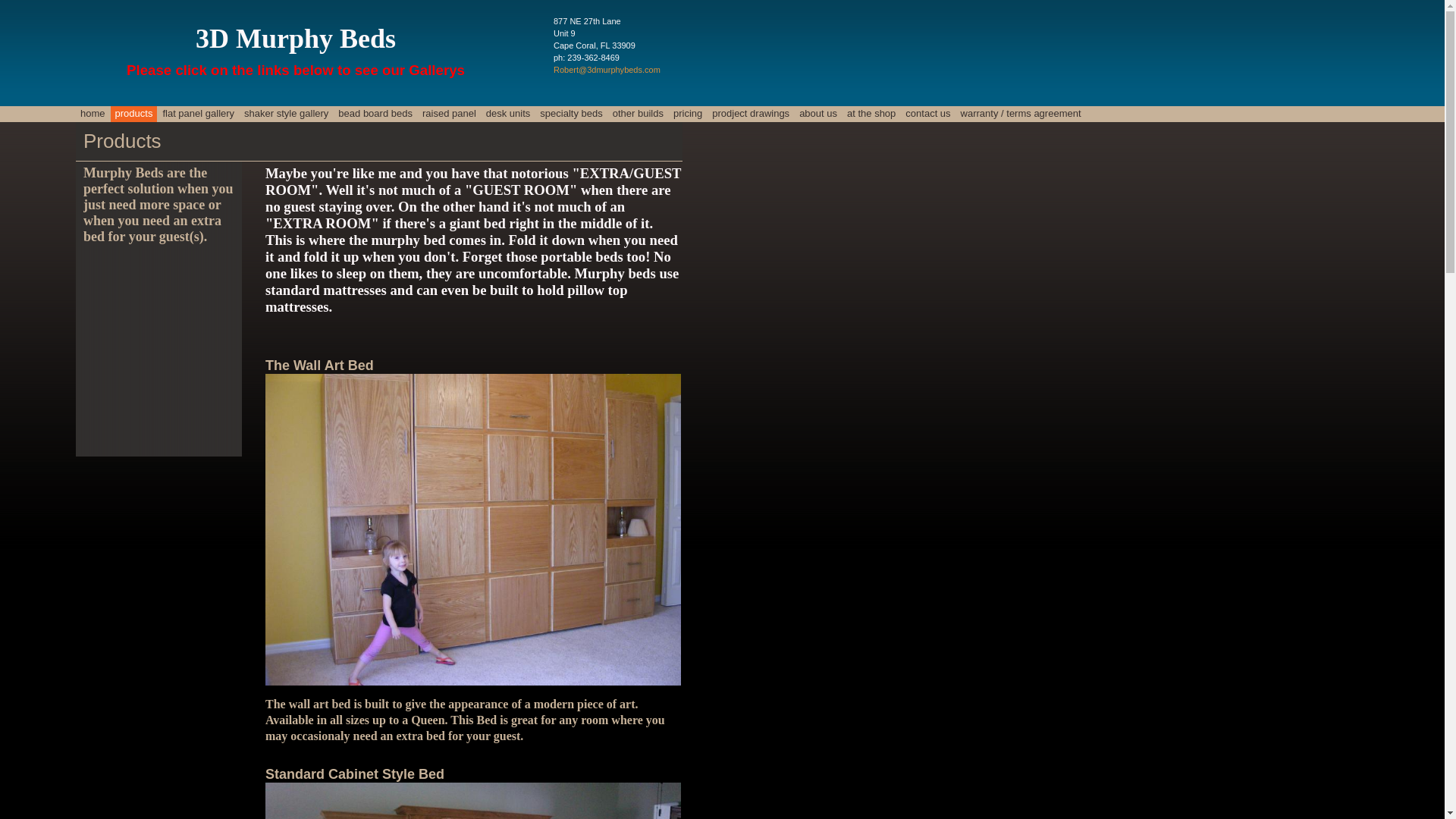 The height and width of the screenshot is (819, 1456). Describe the element at coordinates (607, 70) in the screenshot. I see `'Robert@3dmurphybeds.com'` at that location.